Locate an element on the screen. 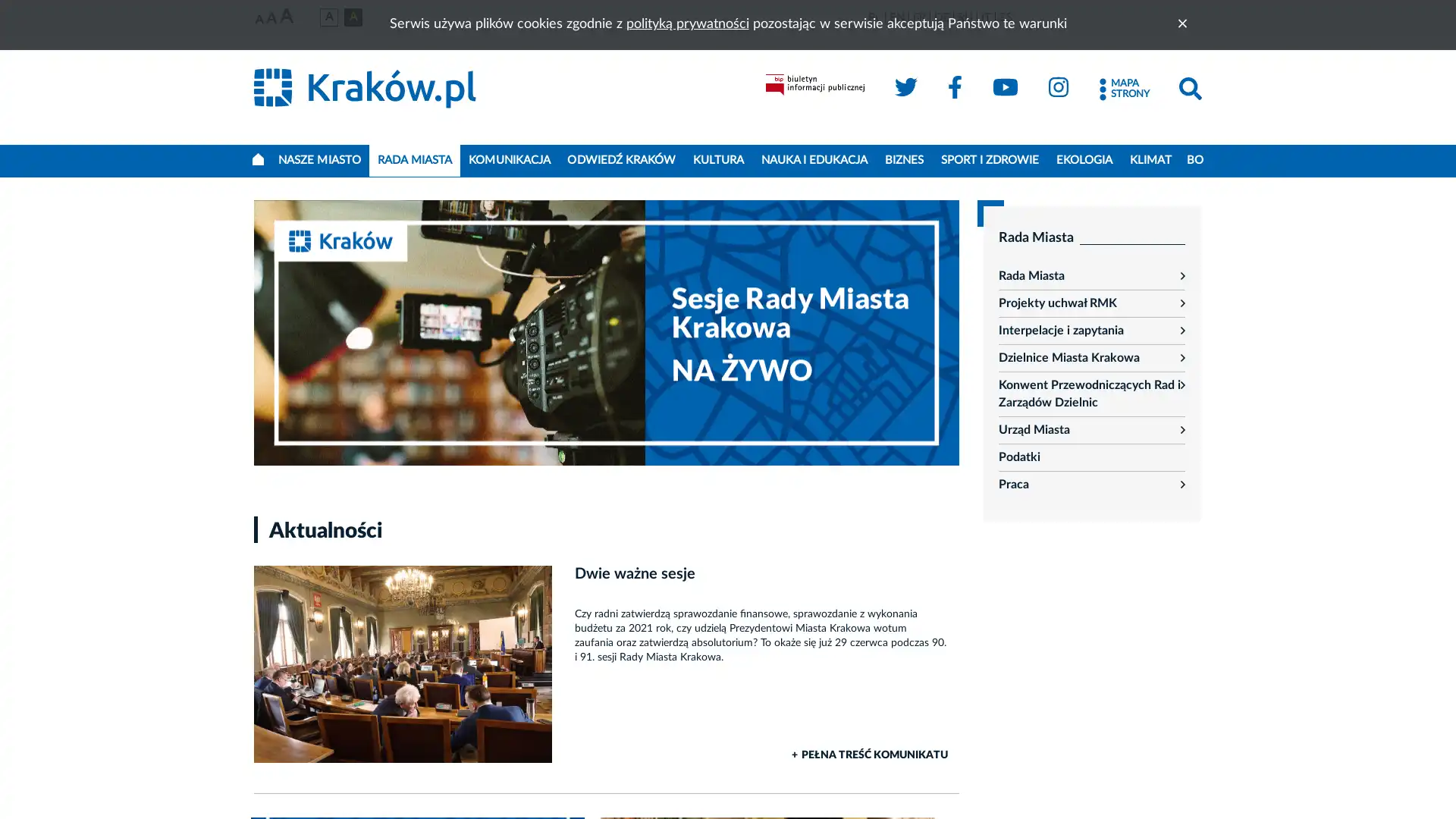  Wersja czarno-zota is located at coordinates (352, 17).